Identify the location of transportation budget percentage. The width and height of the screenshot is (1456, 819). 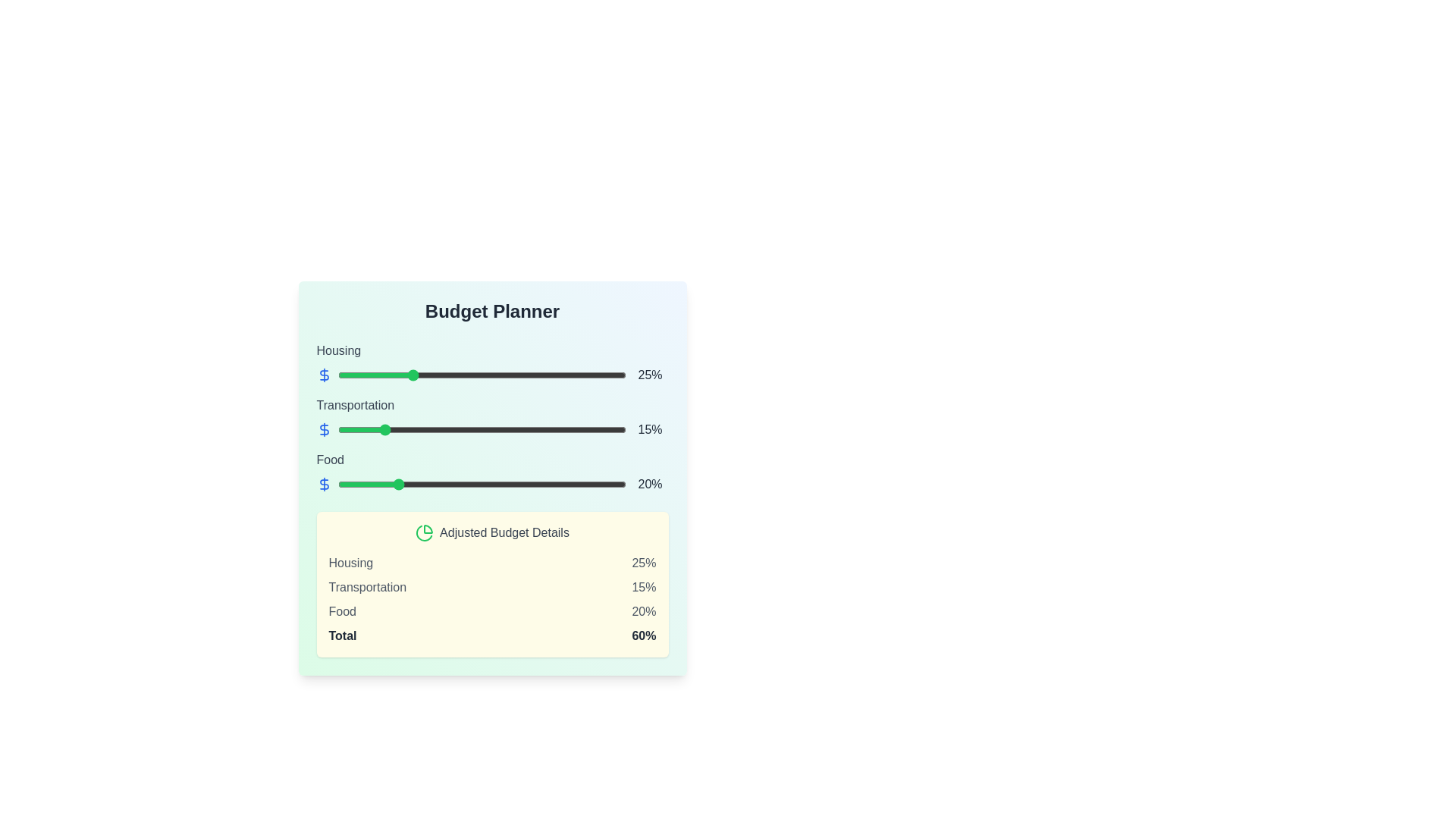
(366, 430).